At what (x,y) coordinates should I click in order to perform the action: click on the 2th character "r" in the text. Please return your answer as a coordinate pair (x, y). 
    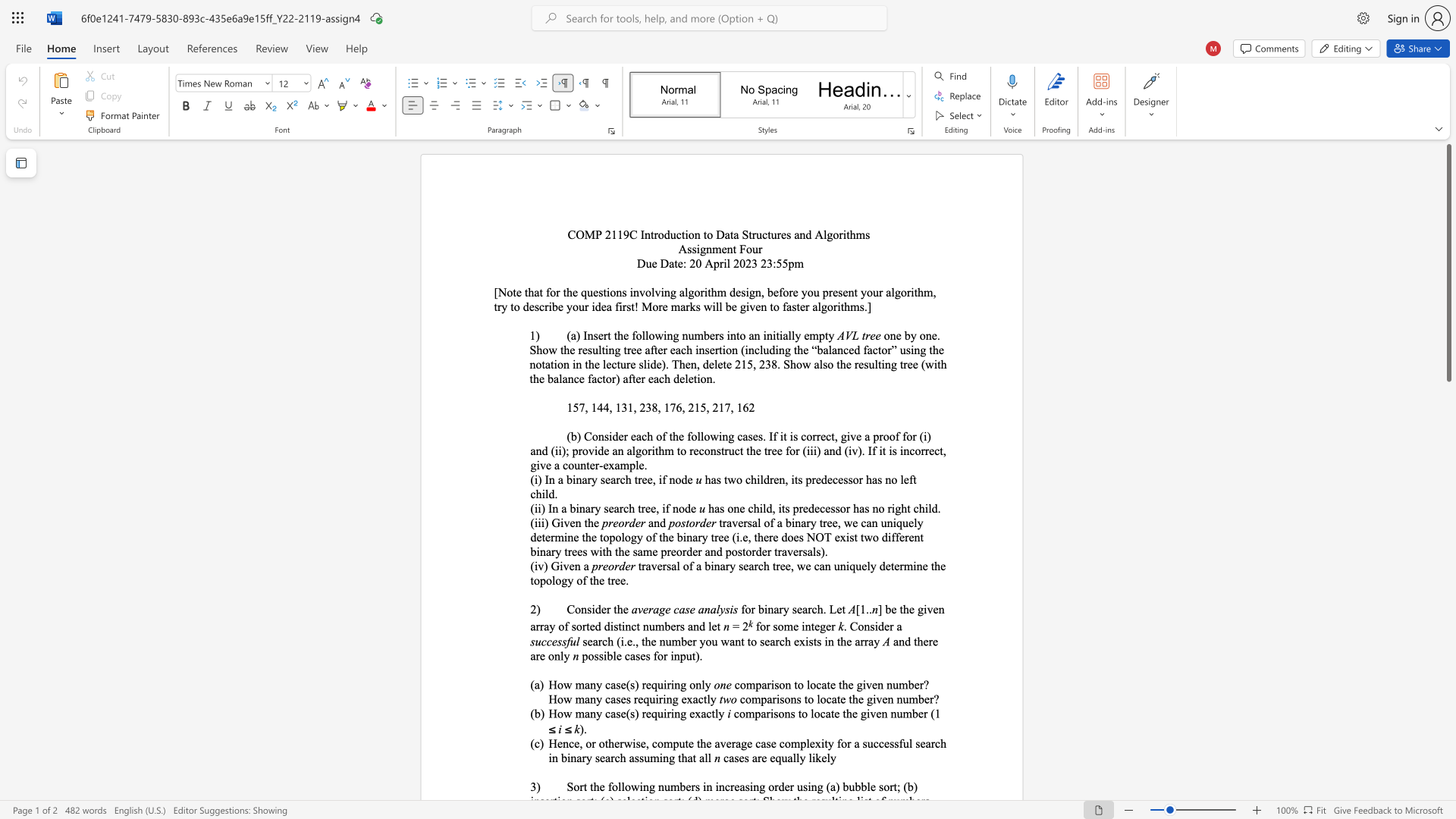
    Looking at the image, I should click on (621, 508).